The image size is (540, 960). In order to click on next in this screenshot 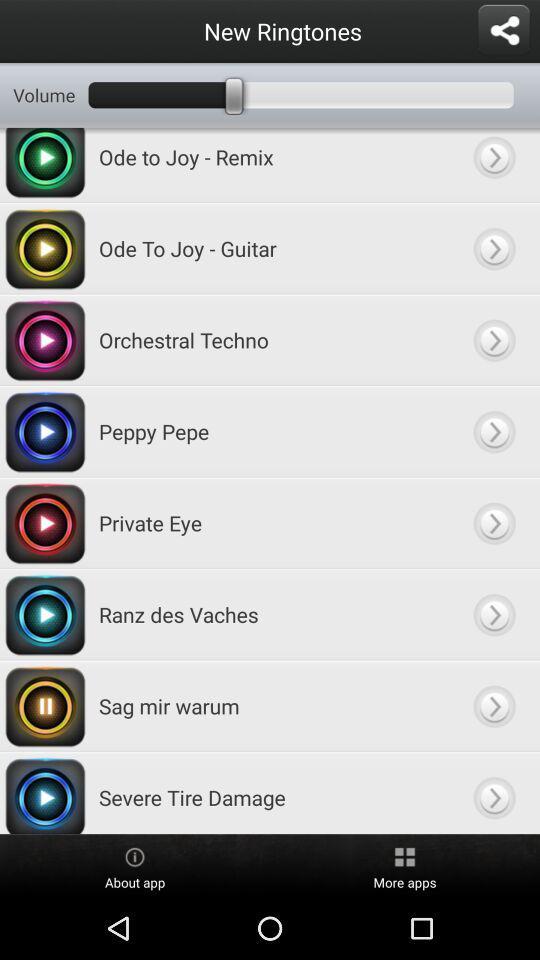, I will do `click(493, 793)`.